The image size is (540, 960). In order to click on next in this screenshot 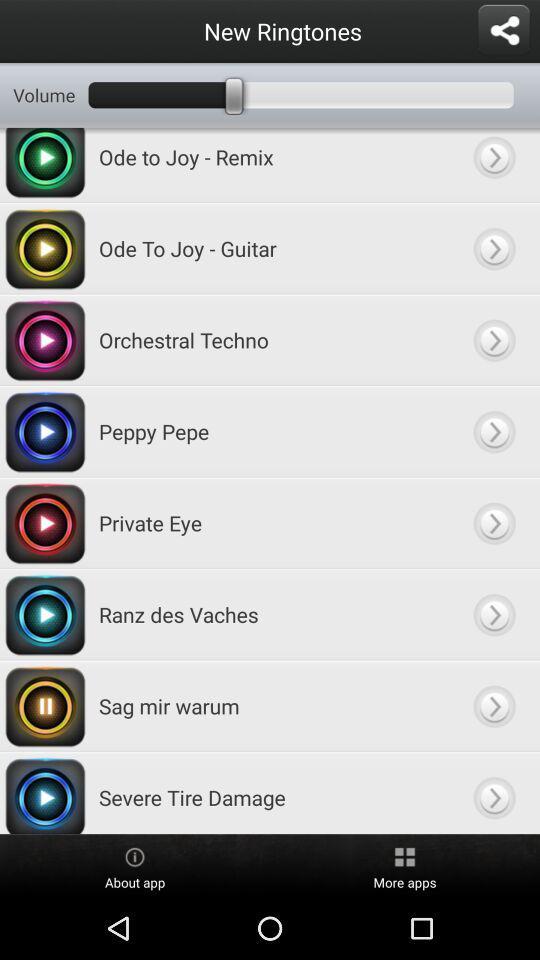, I will do `click(493, 793)`.